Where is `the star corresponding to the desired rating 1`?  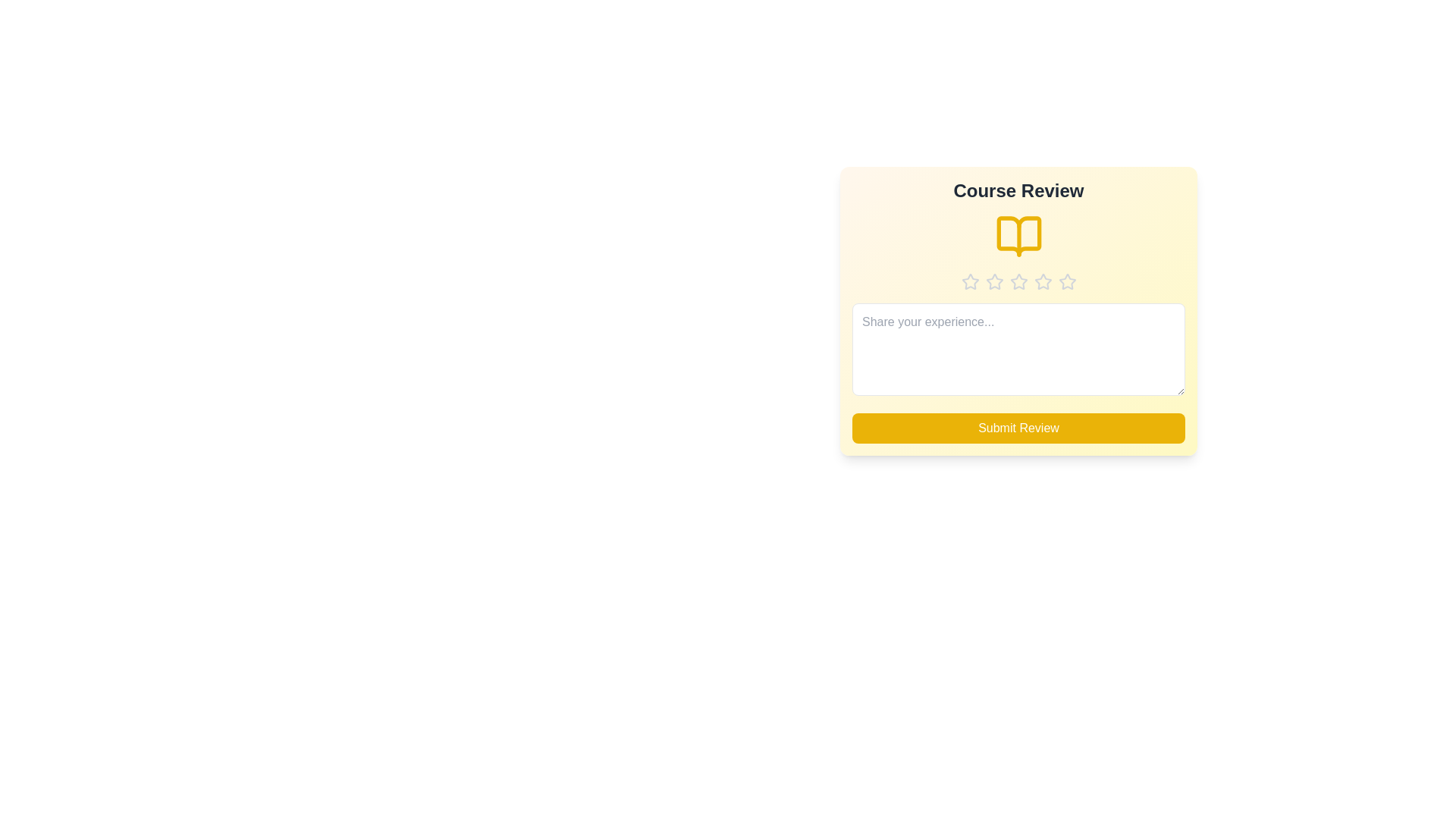 the star corresponding to the desired rating 1 is located at coordinates (969, 281).